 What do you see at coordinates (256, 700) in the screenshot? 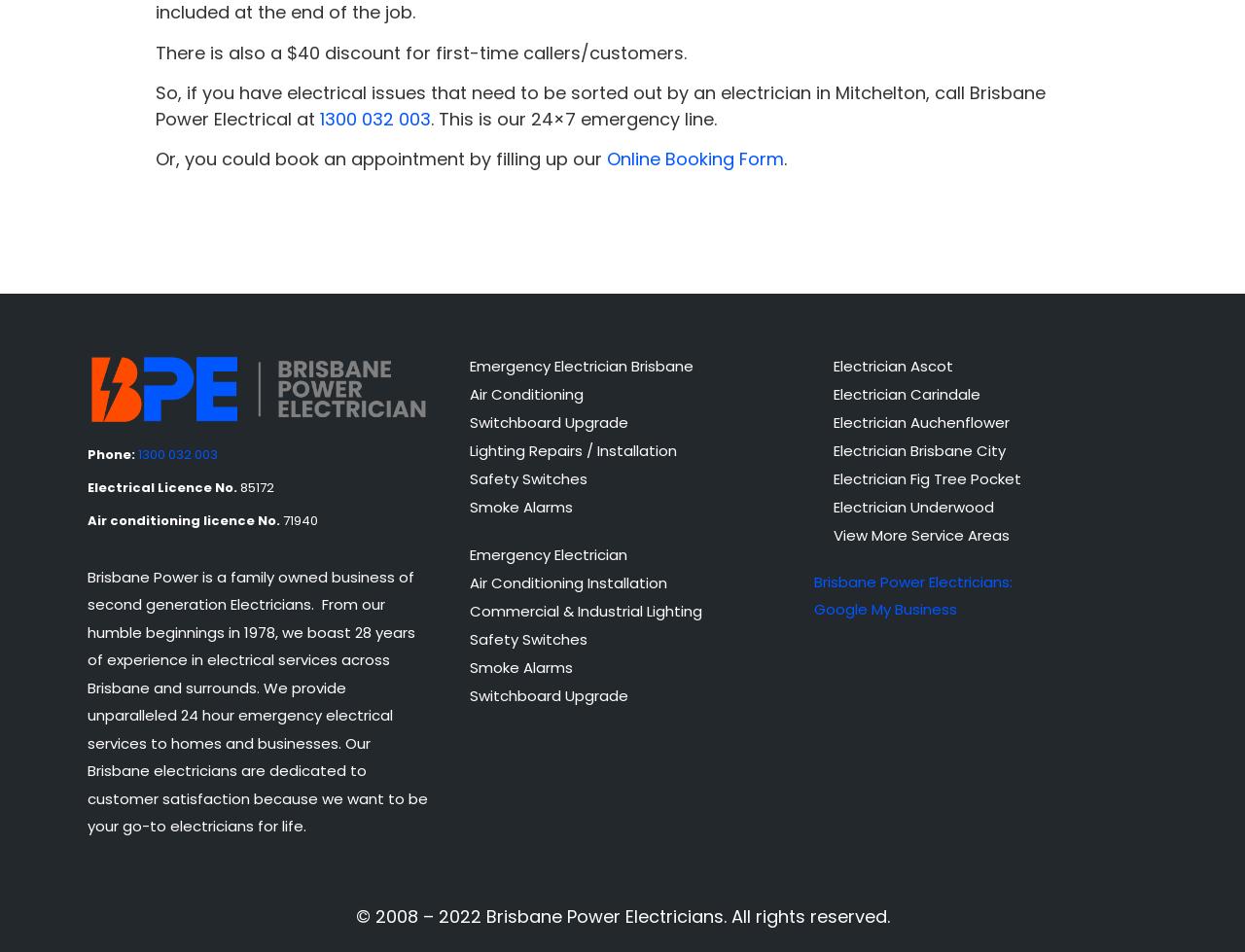
I see `'Brisbane Power is a family owned business of second generation Electricians.  From our humble beginnings in 1978, we boast 28 years of experience in electrical services across Brisbane and surrounds. We provide unparalleled 24 hour emergency electrical services to homes and businesses. Our Brisbane electricians are dedicated to customer satisfaction because we want to be your go-to electricians for life.'` at bounding box center [256, 700].